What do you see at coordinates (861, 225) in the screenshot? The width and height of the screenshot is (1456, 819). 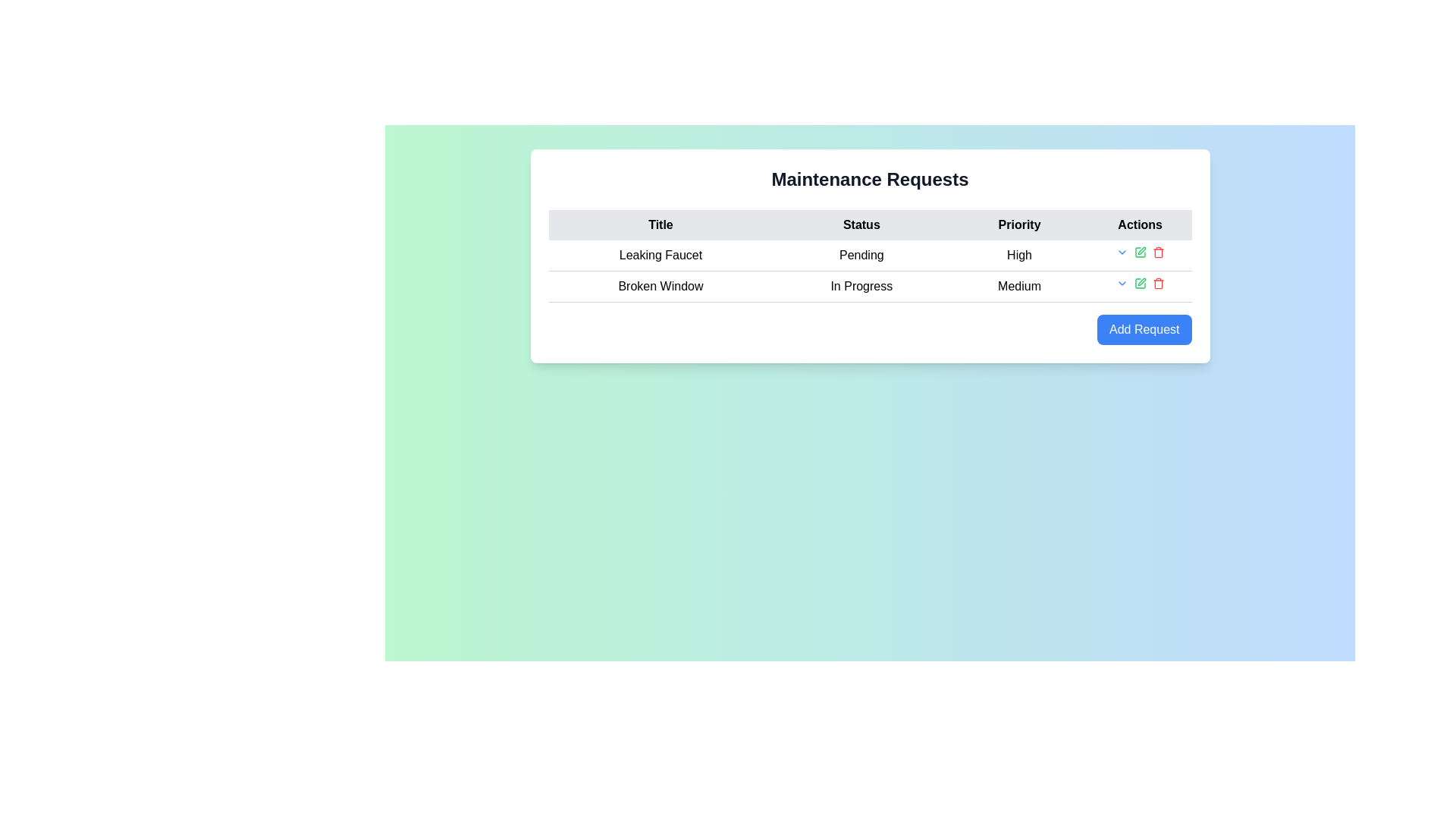 I see `the 'Status' column header in the Maintenance Requests table, which is located between the 'Title' and 'Priority' headers` at bounding box center [861, 225].